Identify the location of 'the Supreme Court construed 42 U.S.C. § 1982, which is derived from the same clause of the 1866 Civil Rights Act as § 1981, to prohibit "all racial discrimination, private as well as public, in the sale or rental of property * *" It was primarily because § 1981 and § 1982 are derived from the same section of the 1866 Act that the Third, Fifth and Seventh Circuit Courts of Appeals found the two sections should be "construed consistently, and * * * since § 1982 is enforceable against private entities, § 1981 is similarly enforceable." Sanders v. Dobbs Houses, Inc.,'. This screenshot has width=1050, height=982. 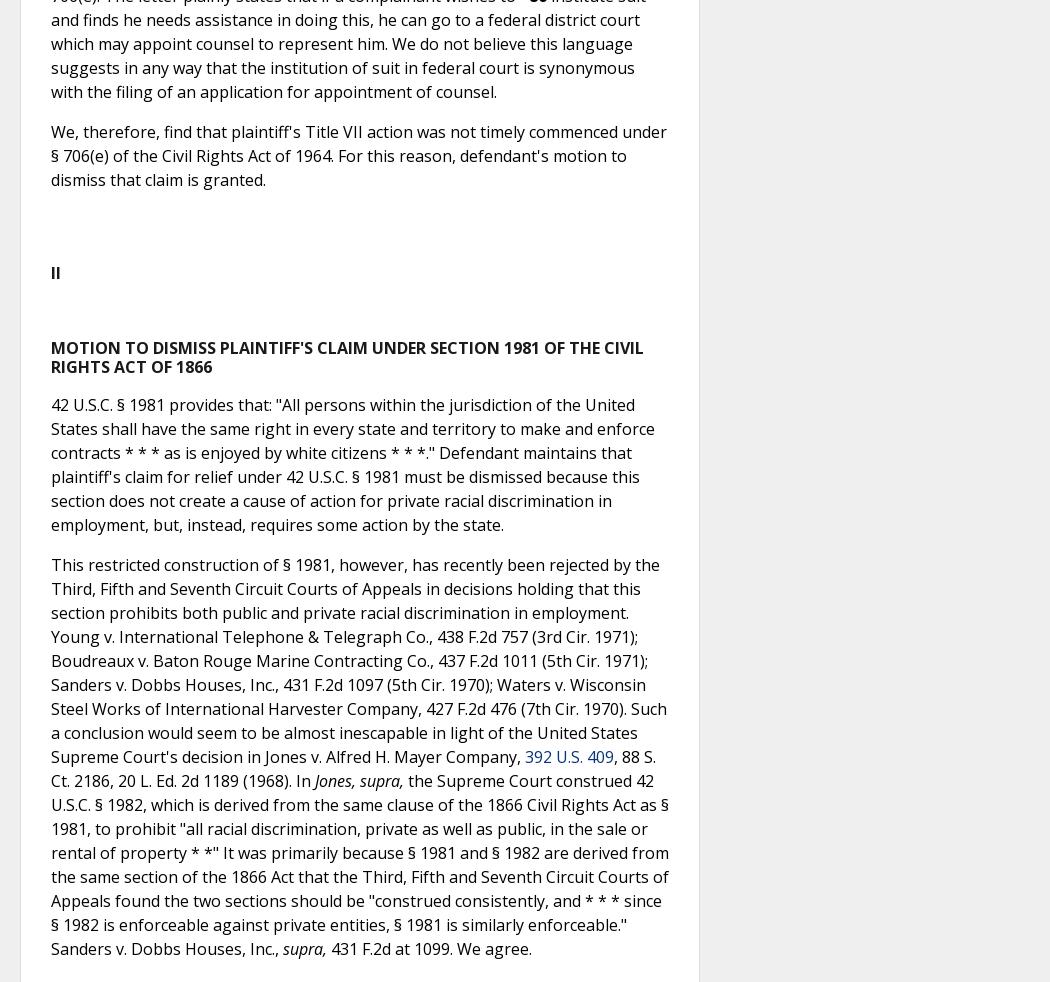
(359, 865).